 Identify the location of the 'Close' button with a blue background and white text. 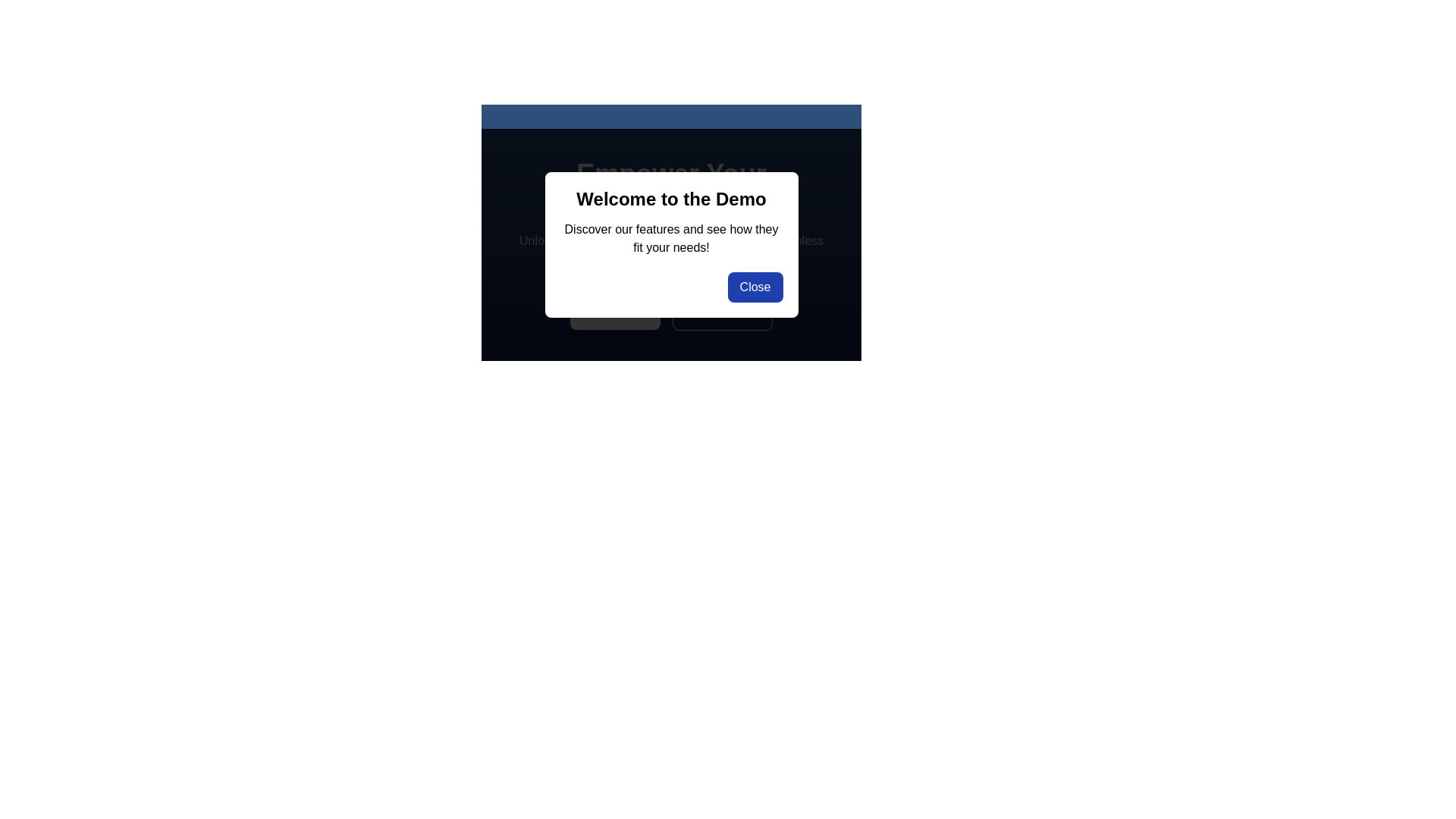
(755, 287).